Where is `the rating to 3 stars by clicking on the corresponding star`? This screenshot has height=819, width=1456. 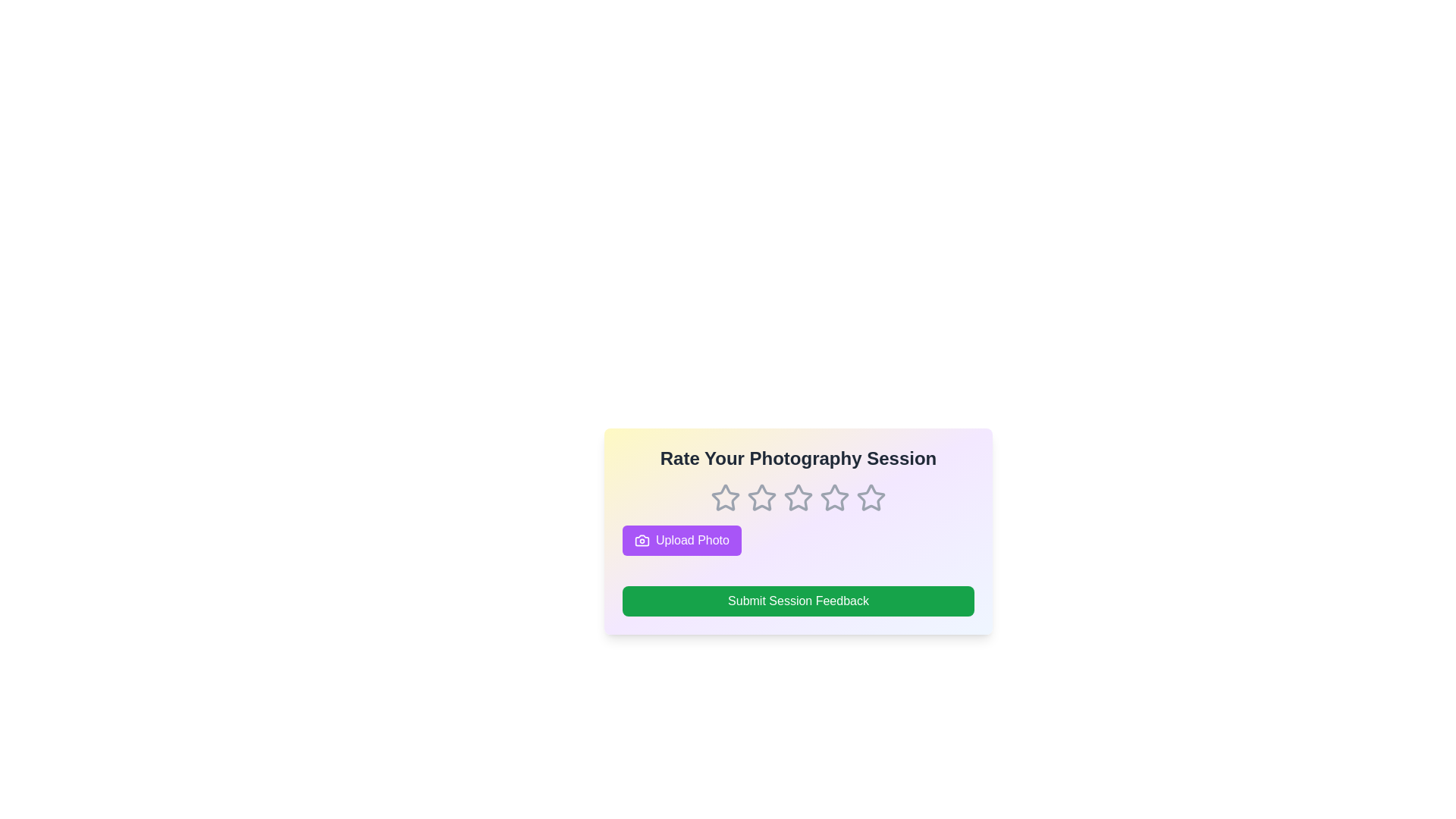 the rating to 3 stars by clicking on the corresponding star is located at coordinates (797, 497).